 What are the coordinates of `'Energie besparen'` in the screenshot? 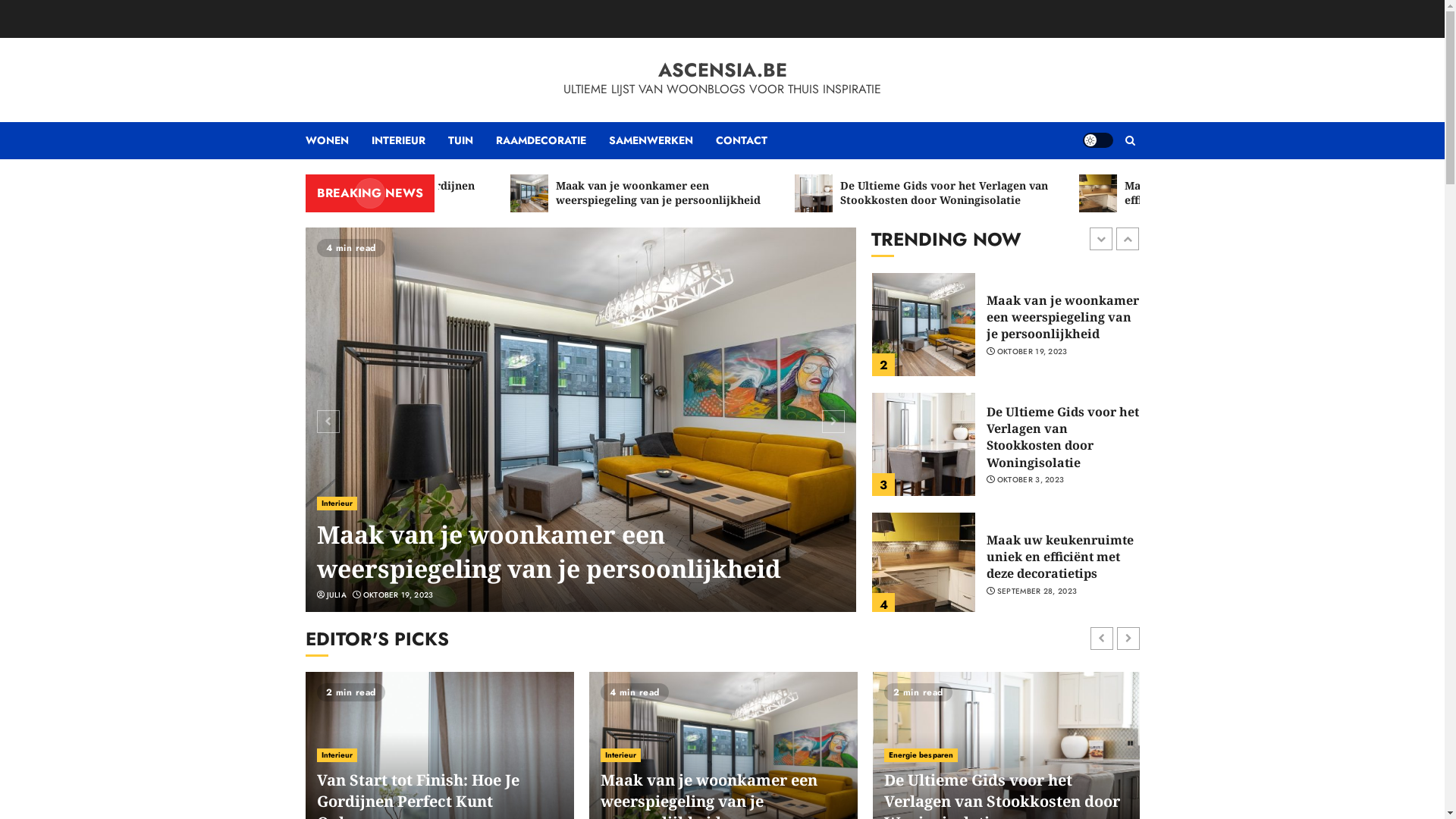 It's located at (920, 755).